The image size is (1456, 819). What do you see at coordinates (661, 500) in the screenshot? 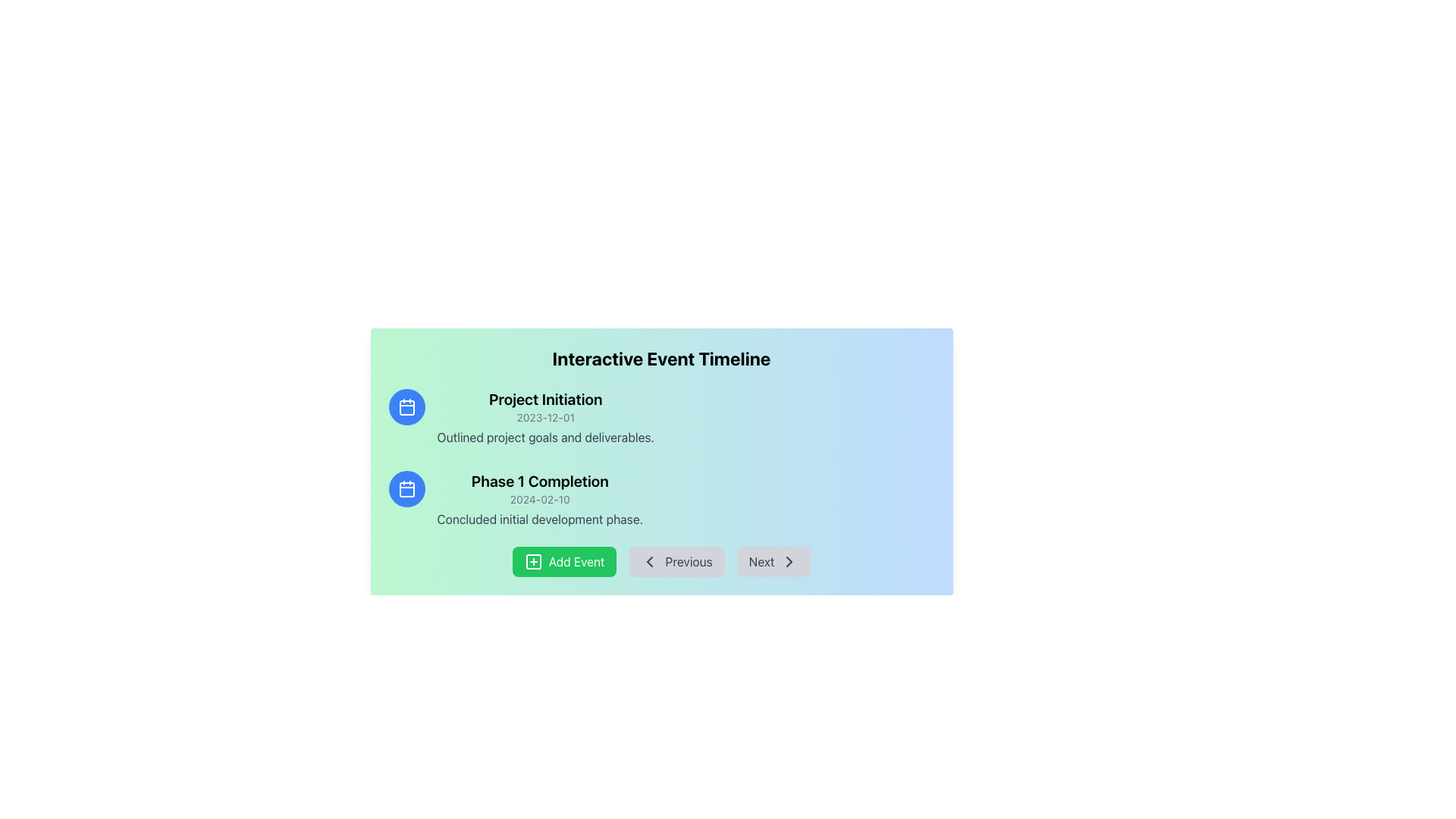
I see `the informational panel labeled 'Phase 1 Completion' located in the lower half of the interface, which summarizes the event details including its title, date, and conclusion notes` at bounding box center [661, 500].